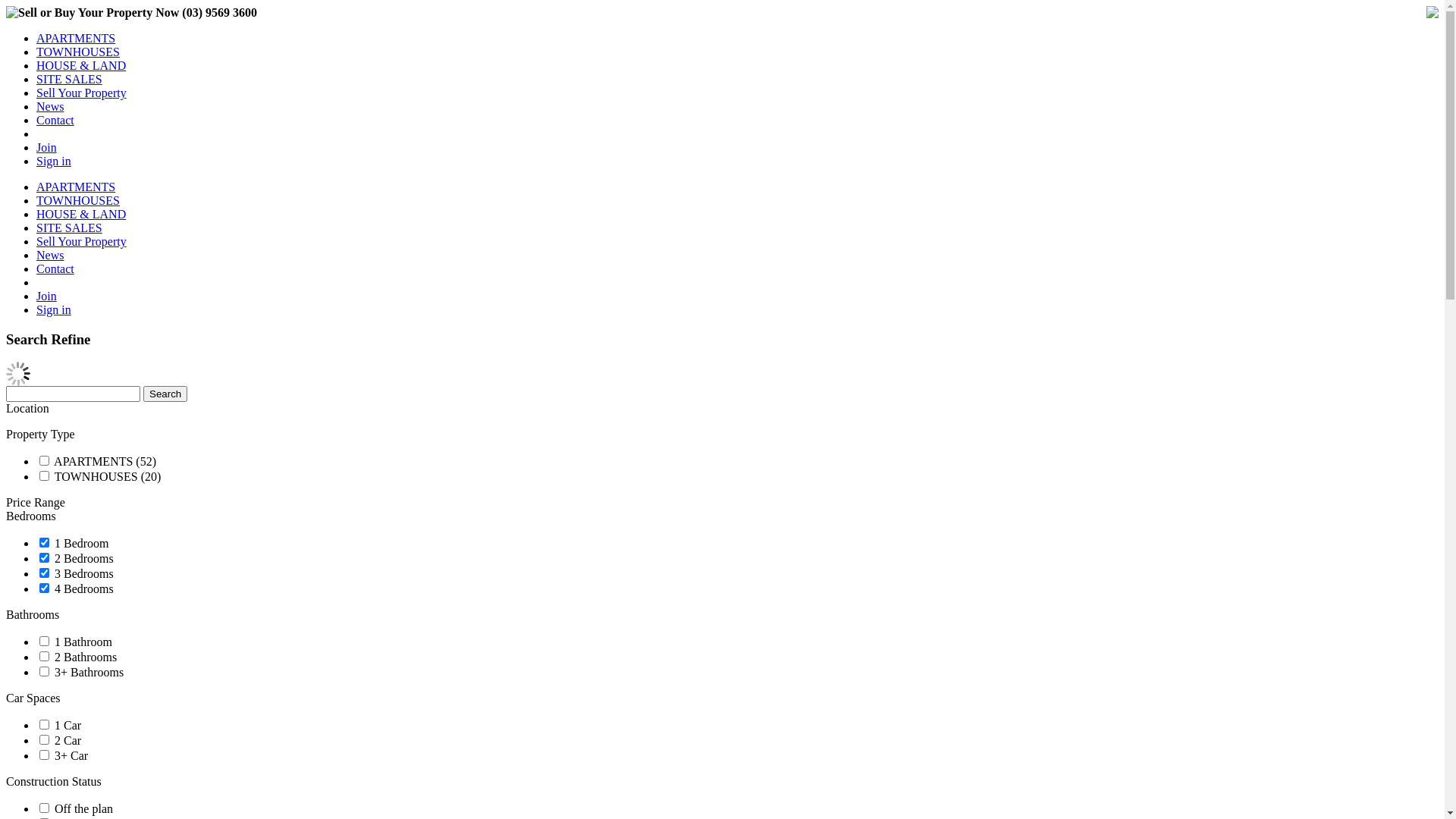 This screenshot has height=819, width=1456. I want to click on 'Sign in', so click(54, 309).